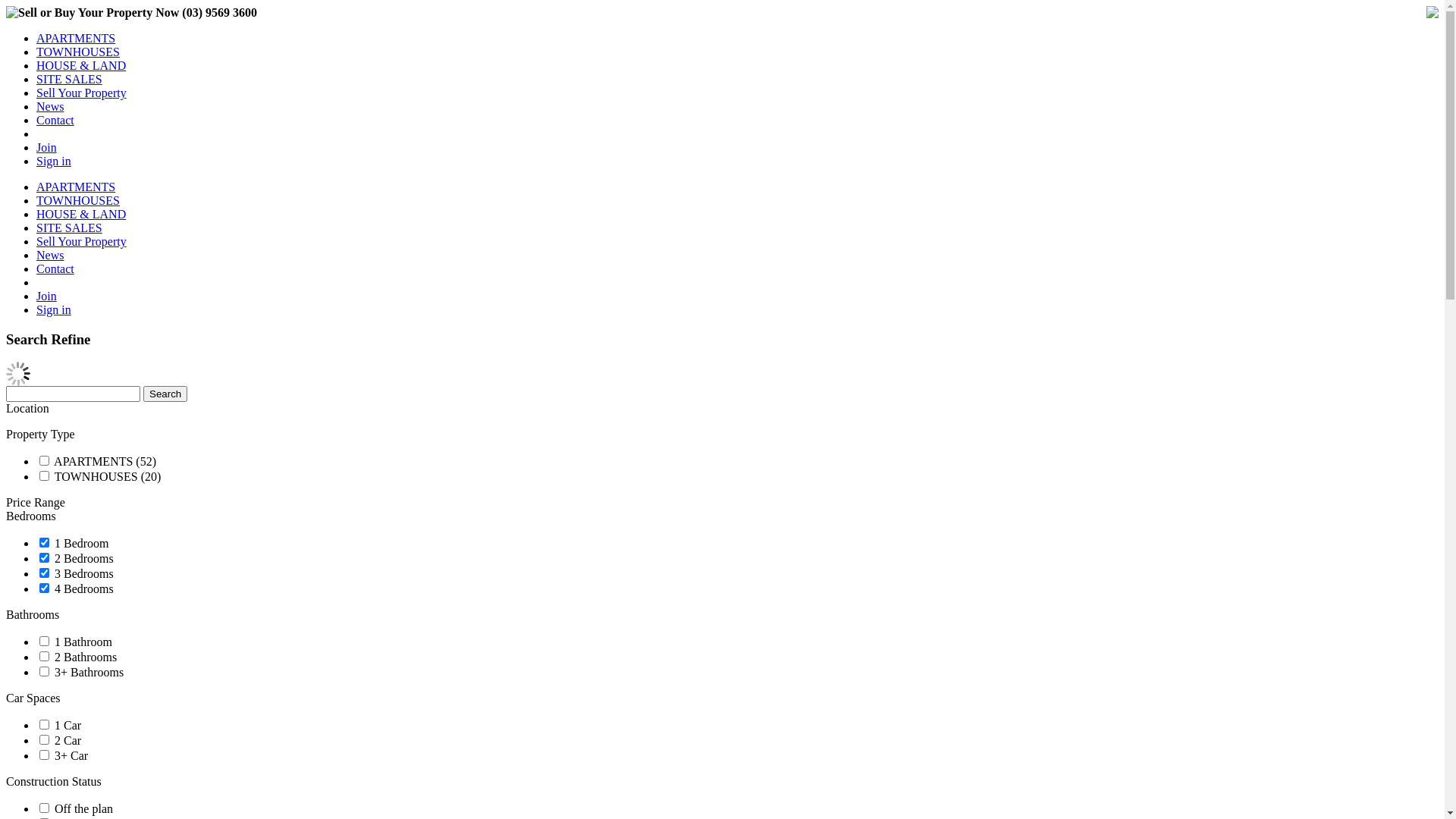 This screenshot has height=819, width=1456. I want to click on 'Sign in', so click(54, 309).